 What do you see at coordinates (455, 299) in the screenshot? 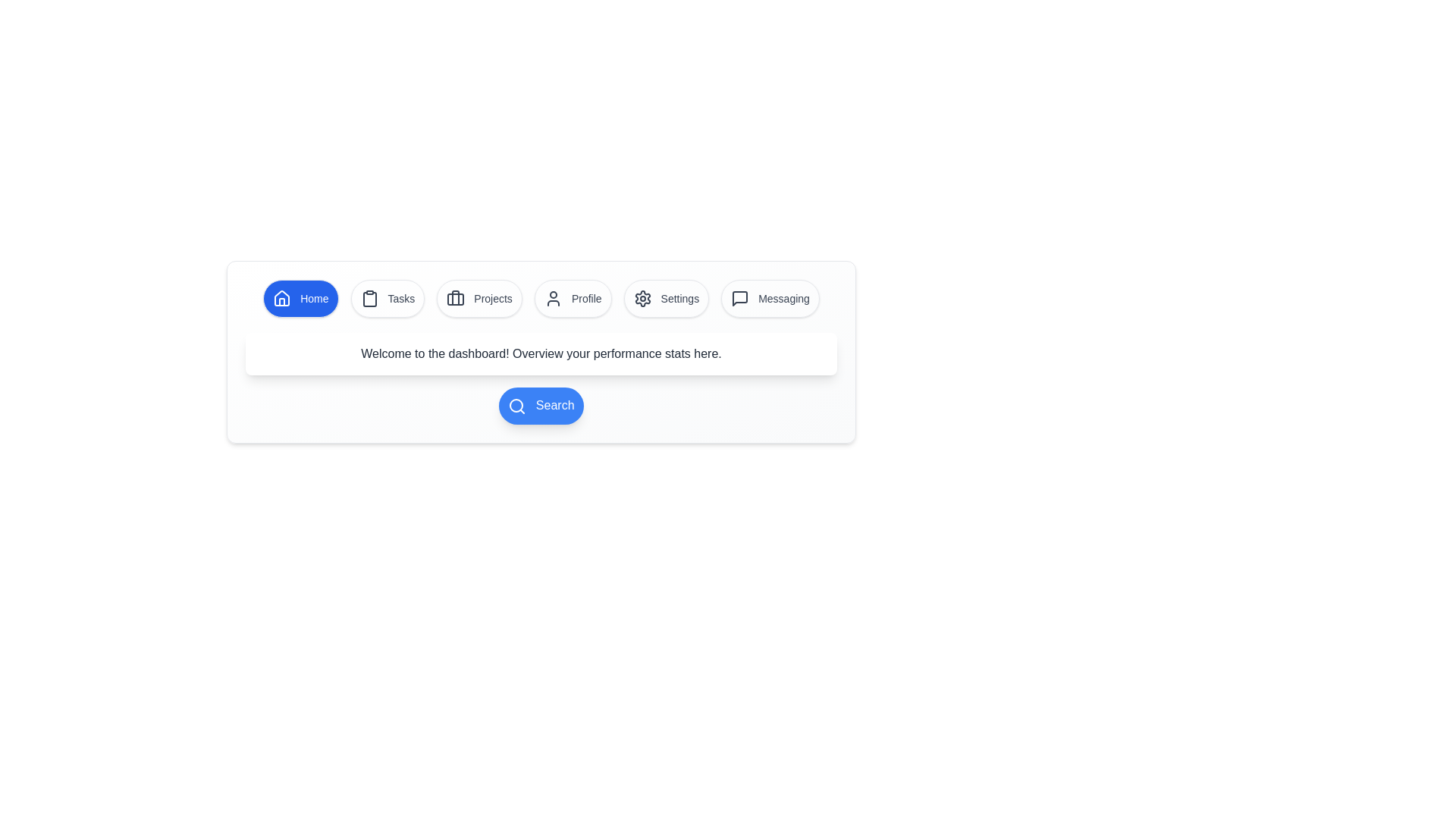
I see `the styled rectangular SVG component representing the 'Projects' section within the briefcase icon in the navigation menu` at bounding box center [455, 299].